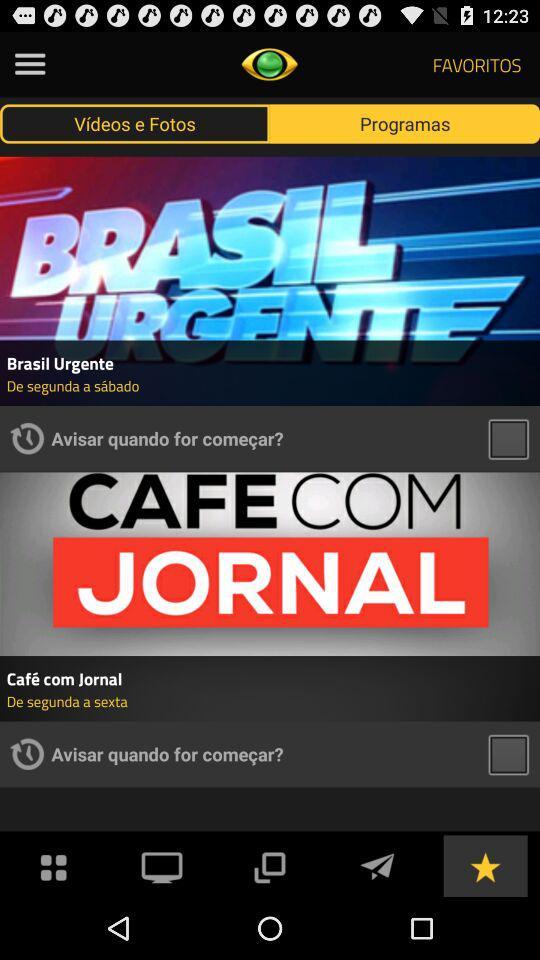  Describe the element at coordinates (269, 864) in the screenshot. I see `drop down option` at that location.